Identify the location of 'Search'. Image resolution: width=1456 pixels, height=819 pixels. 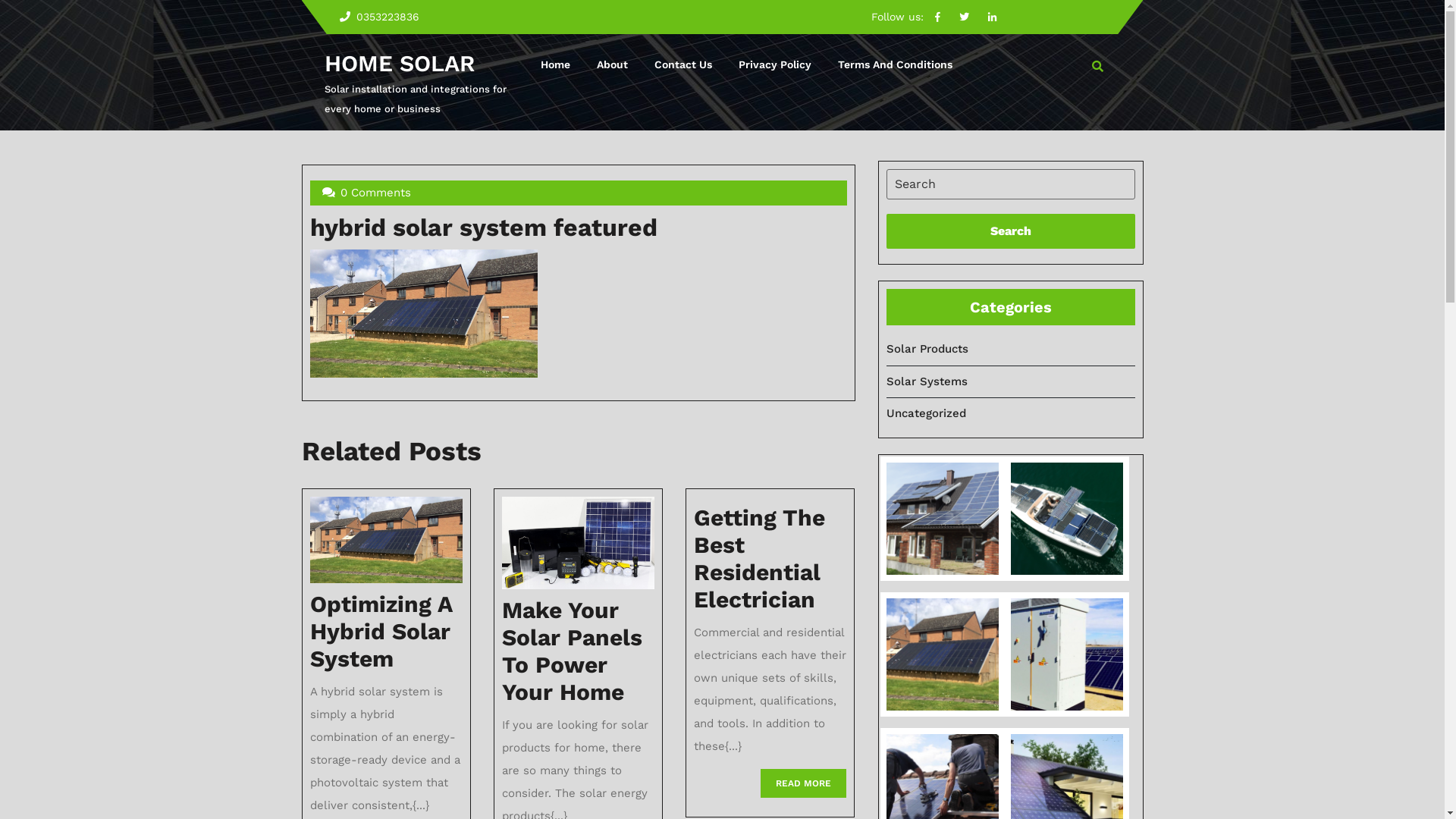
(1009, 231).